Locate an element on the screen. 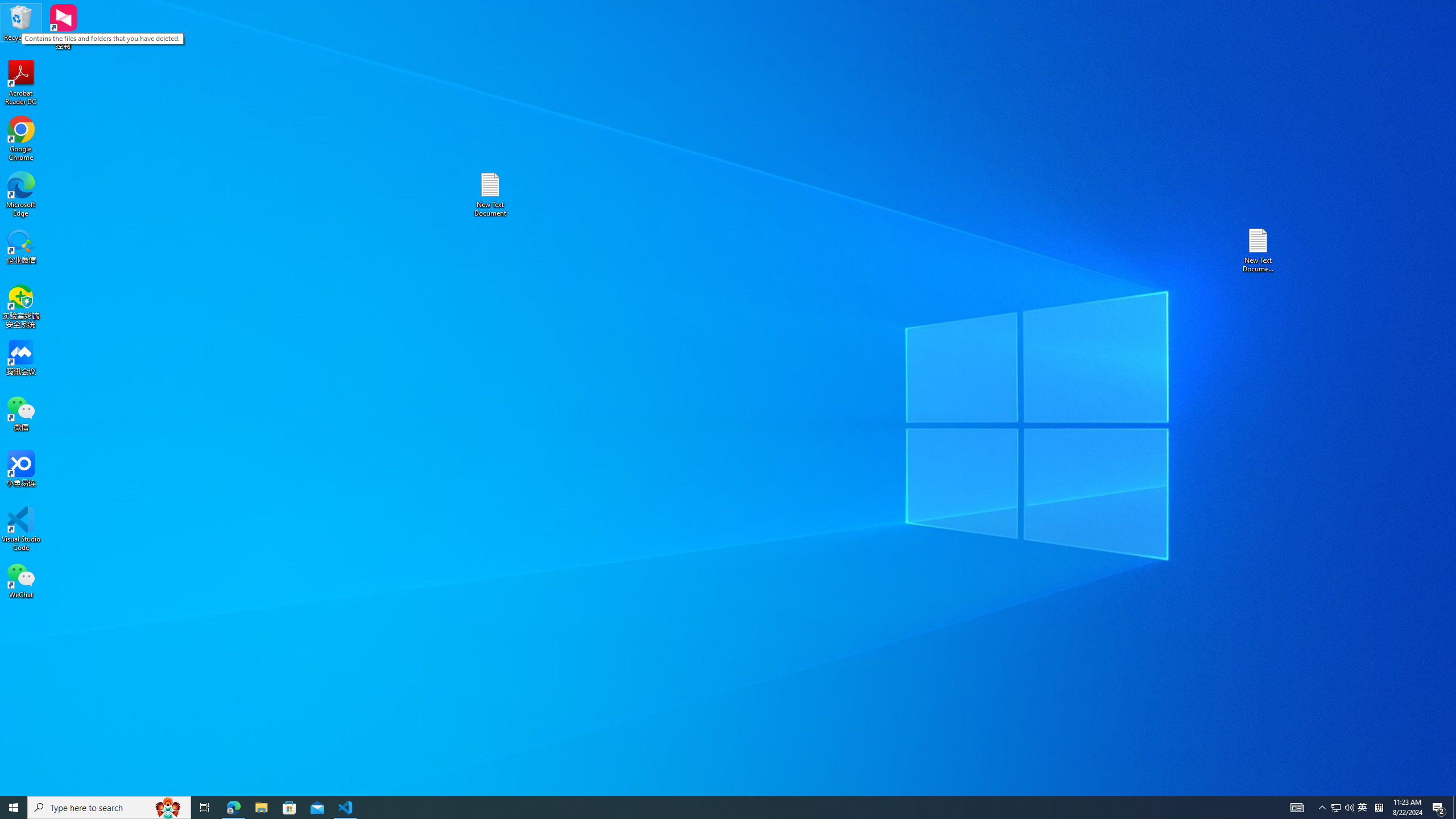  'Show desktop' is located at coordinates (1454, 806).